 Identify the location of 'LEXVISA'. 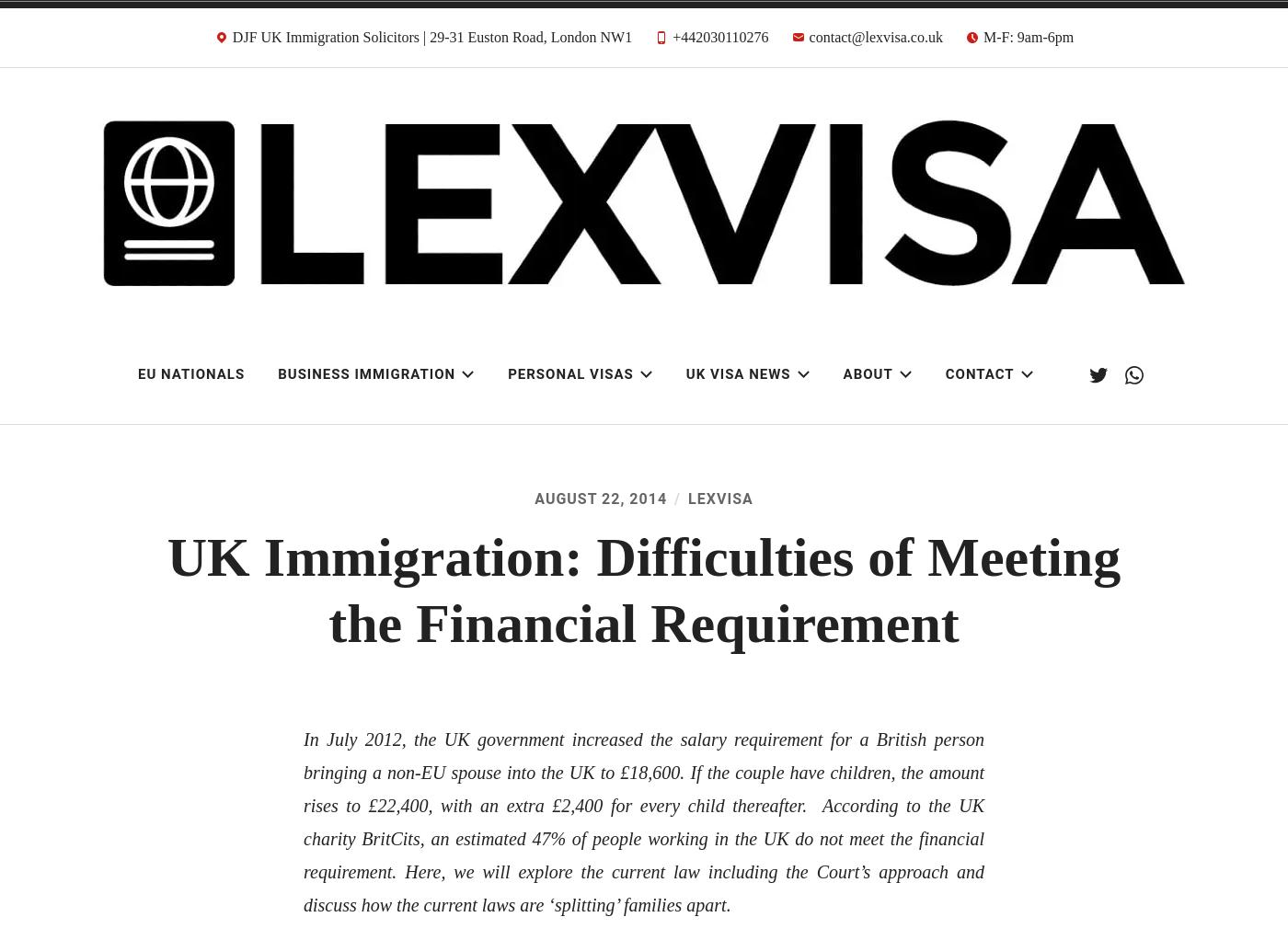
(688, 497).